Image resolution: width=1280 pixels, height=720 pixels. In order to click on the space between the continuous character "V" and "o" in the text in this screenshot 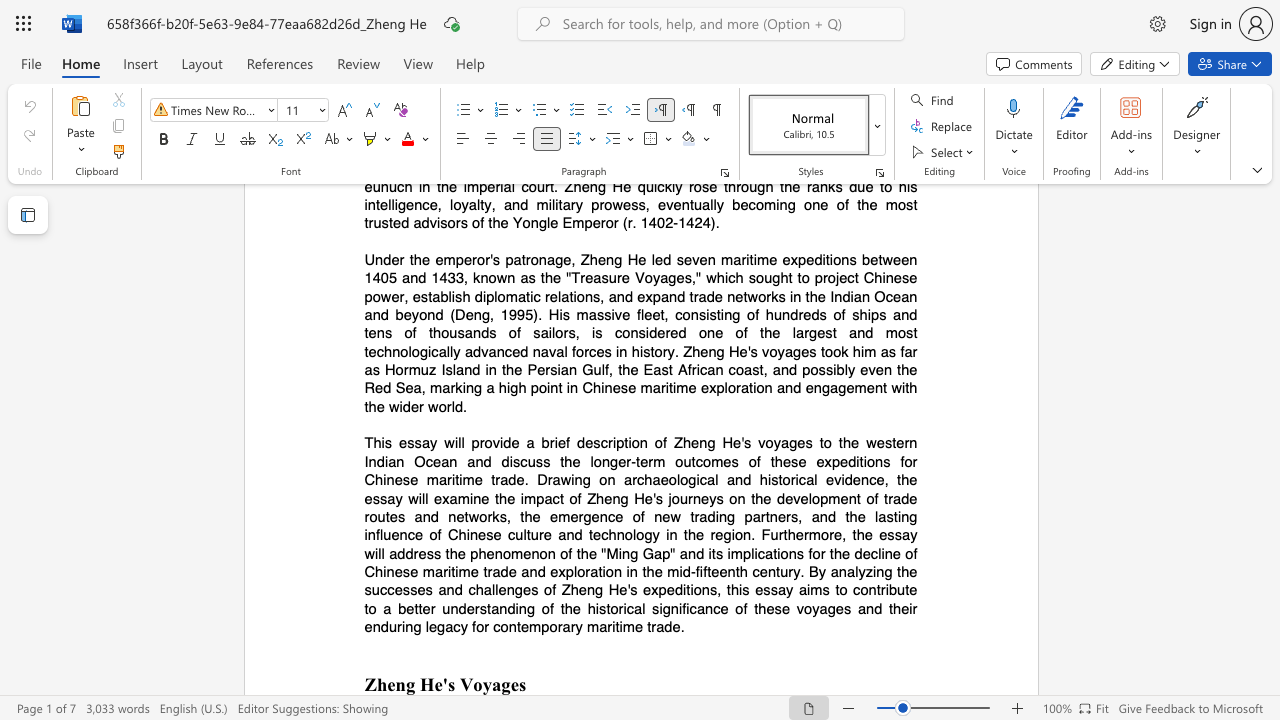, I will do `click(471, 683)`.